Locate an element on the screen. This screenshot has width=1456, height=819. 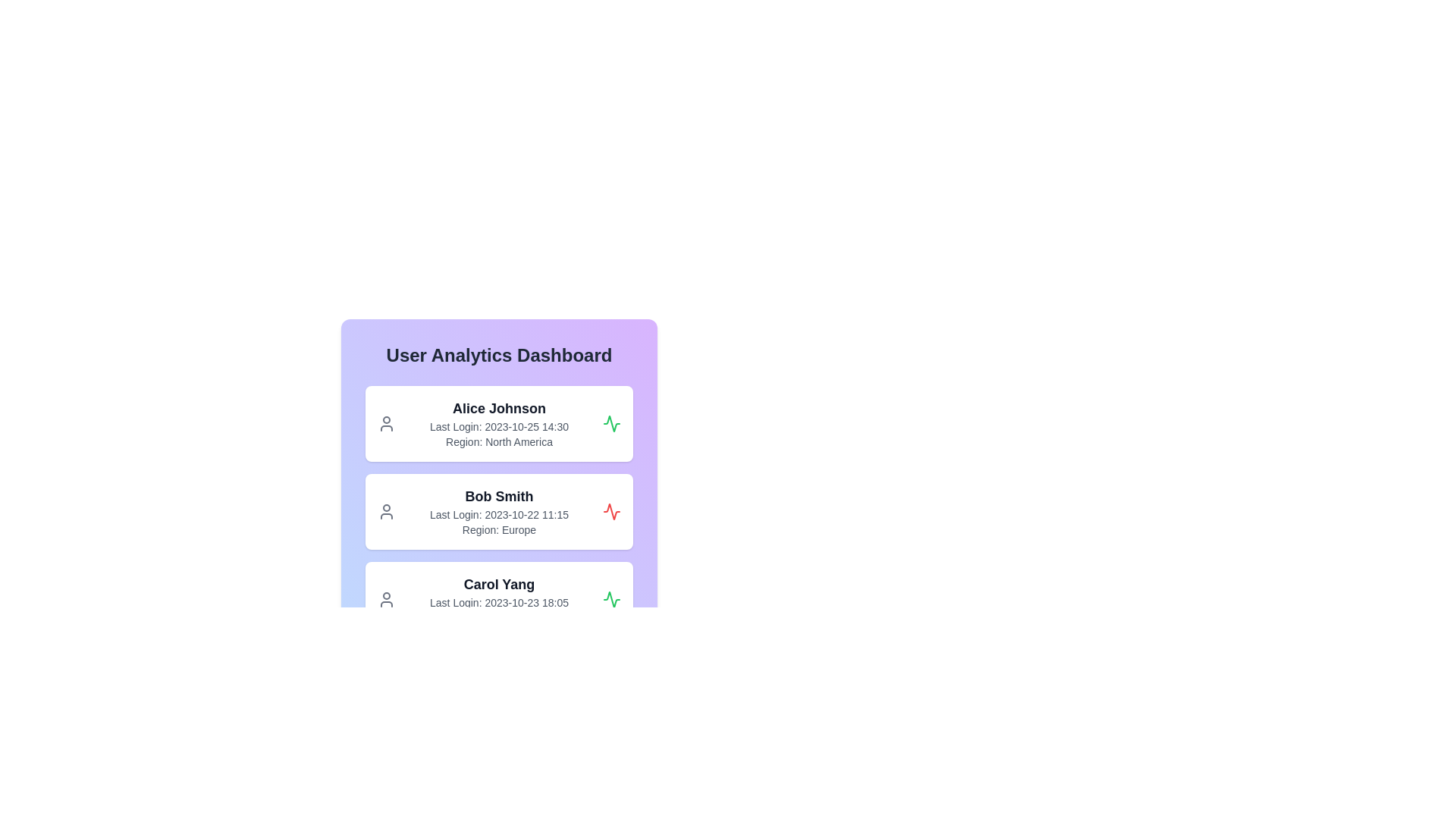
the Information display text block which shows a name, last login date, and a regional label, styled with varying font sizes and weights, located as the third card in a vertical stack of similar cards is located at coordinates (499, 598).